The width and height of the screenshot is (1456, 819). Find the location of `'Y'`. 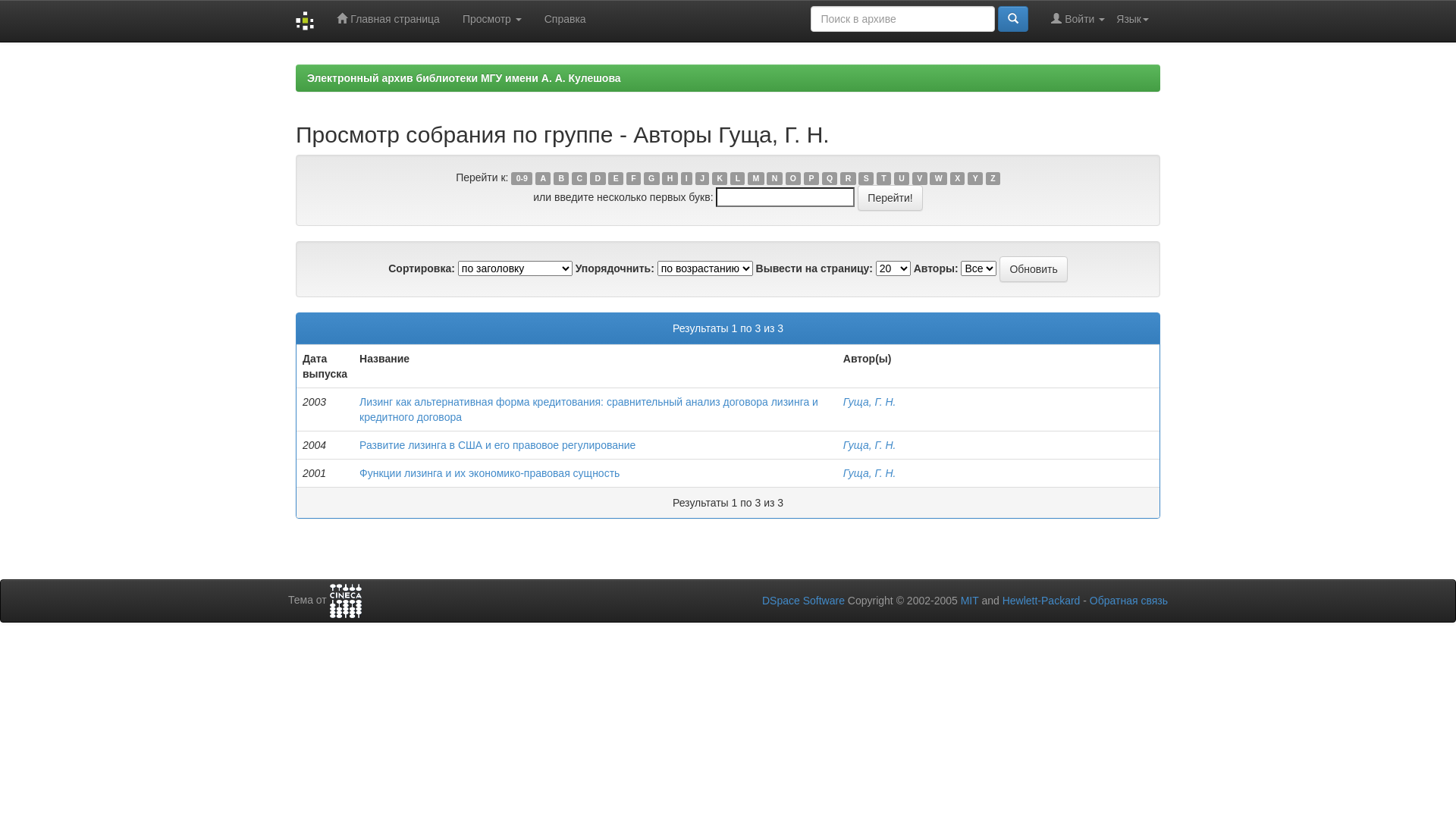

'Y' is located at coordinates (975, 177).